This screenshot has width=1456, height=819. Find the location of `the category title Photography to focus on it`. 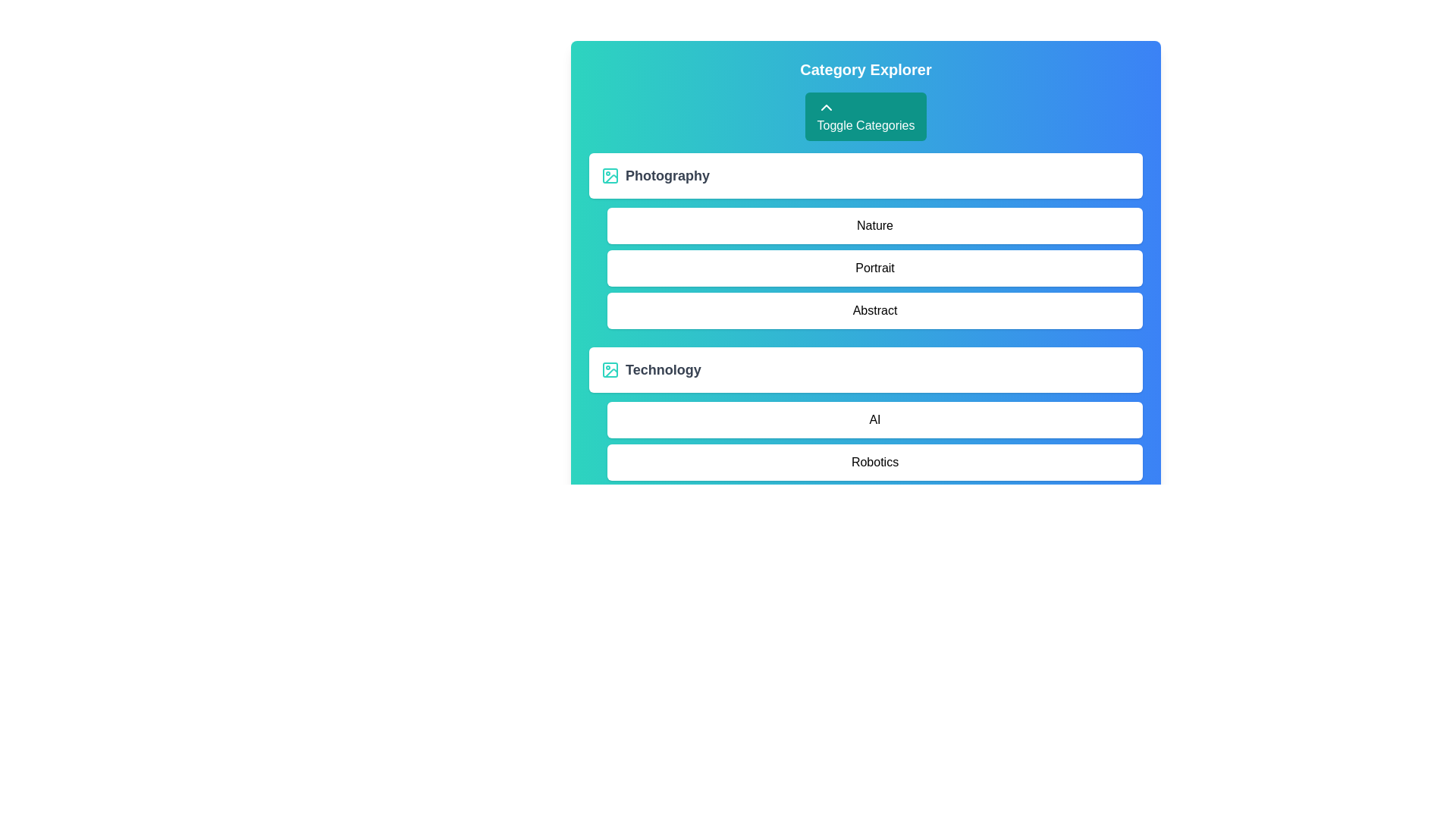

the category title Photography to focus on it is located at coordinates (667, 174).